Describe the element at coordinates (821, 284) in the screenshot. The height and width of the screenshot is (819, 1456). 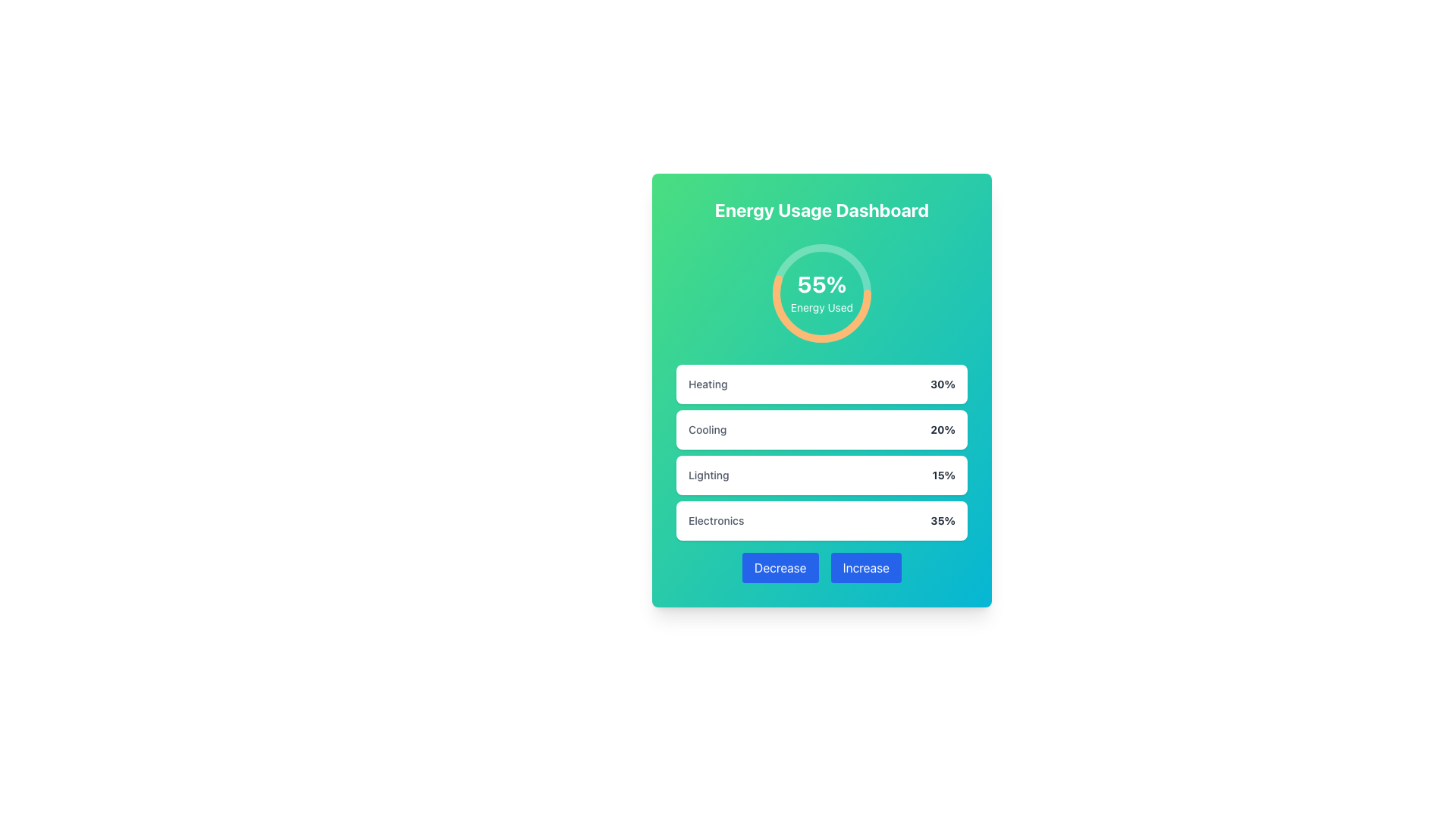
I see `the large bold text element displaying '55%' which is centered within a circular visual indicator in the 'Energy Usage Dashboard'` at that location.